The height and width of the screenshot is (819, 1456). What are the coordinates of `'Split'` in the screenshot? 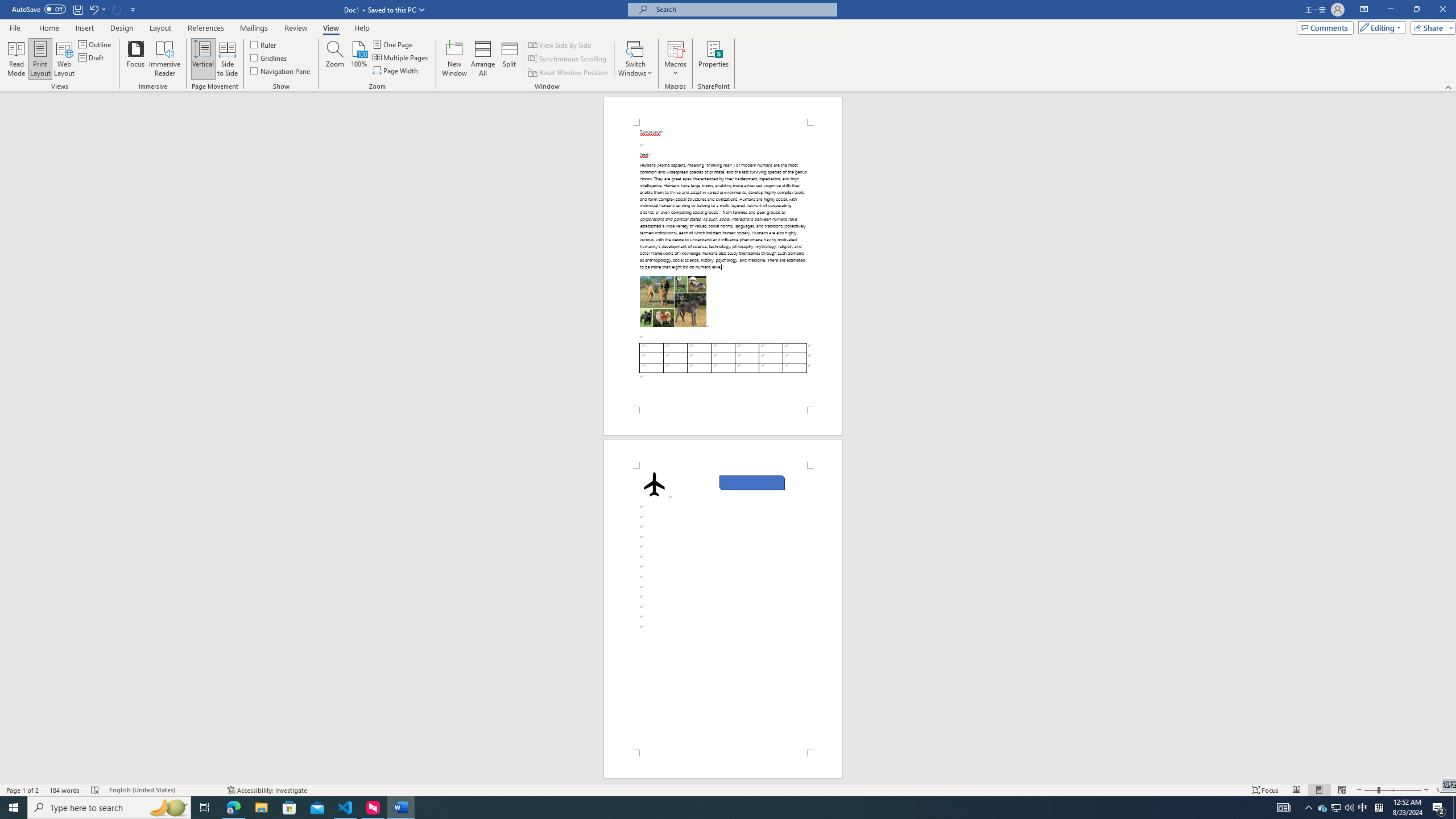 It's located at (510, 59).